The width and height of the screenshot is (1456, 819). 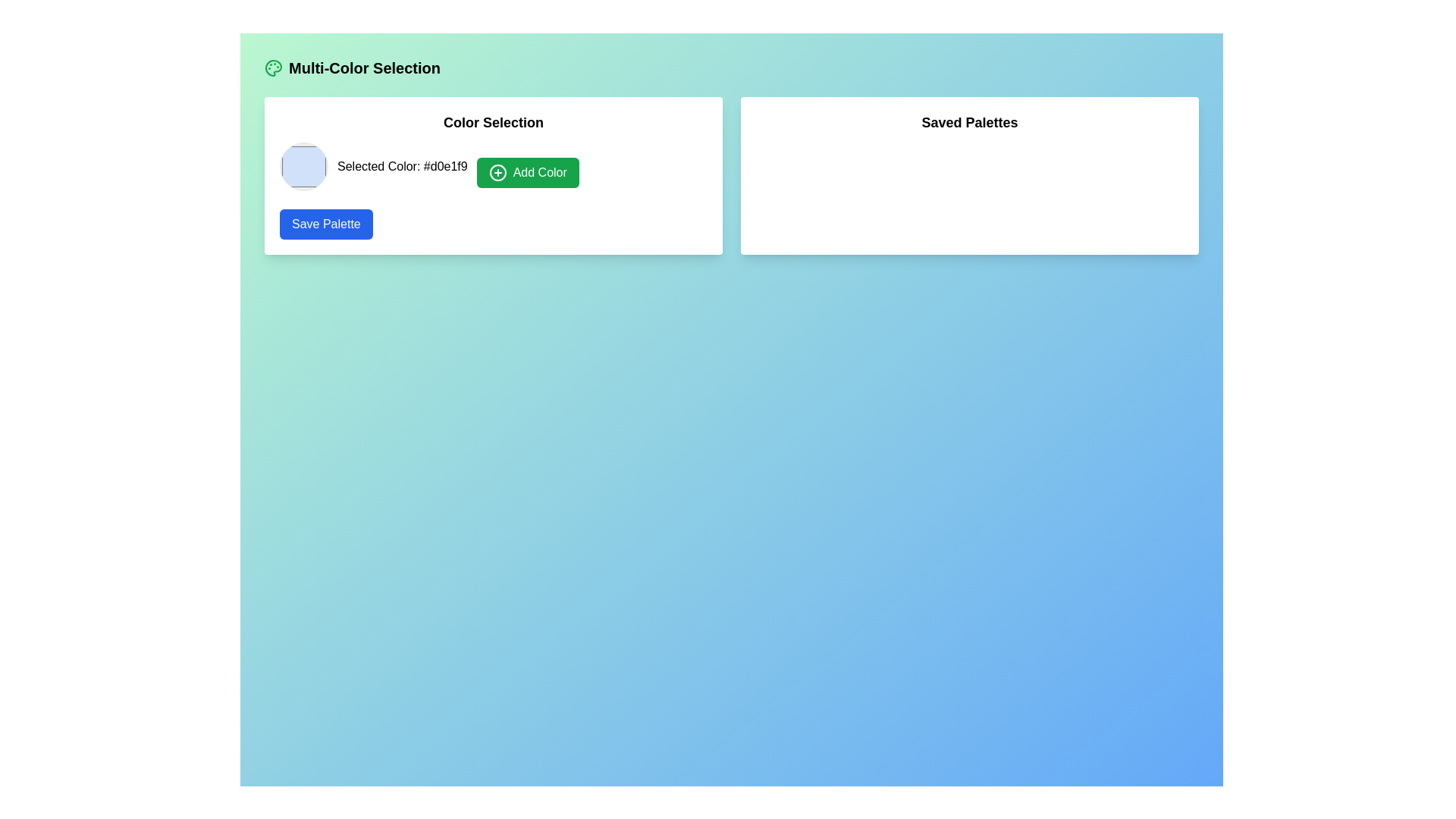 What do you see at coordinates (497, 171) in the screenshot?
I see `the circular green icon with a plus sign inside, located to the left of the 'Add Color' button text` at bounding box center [497, 171].